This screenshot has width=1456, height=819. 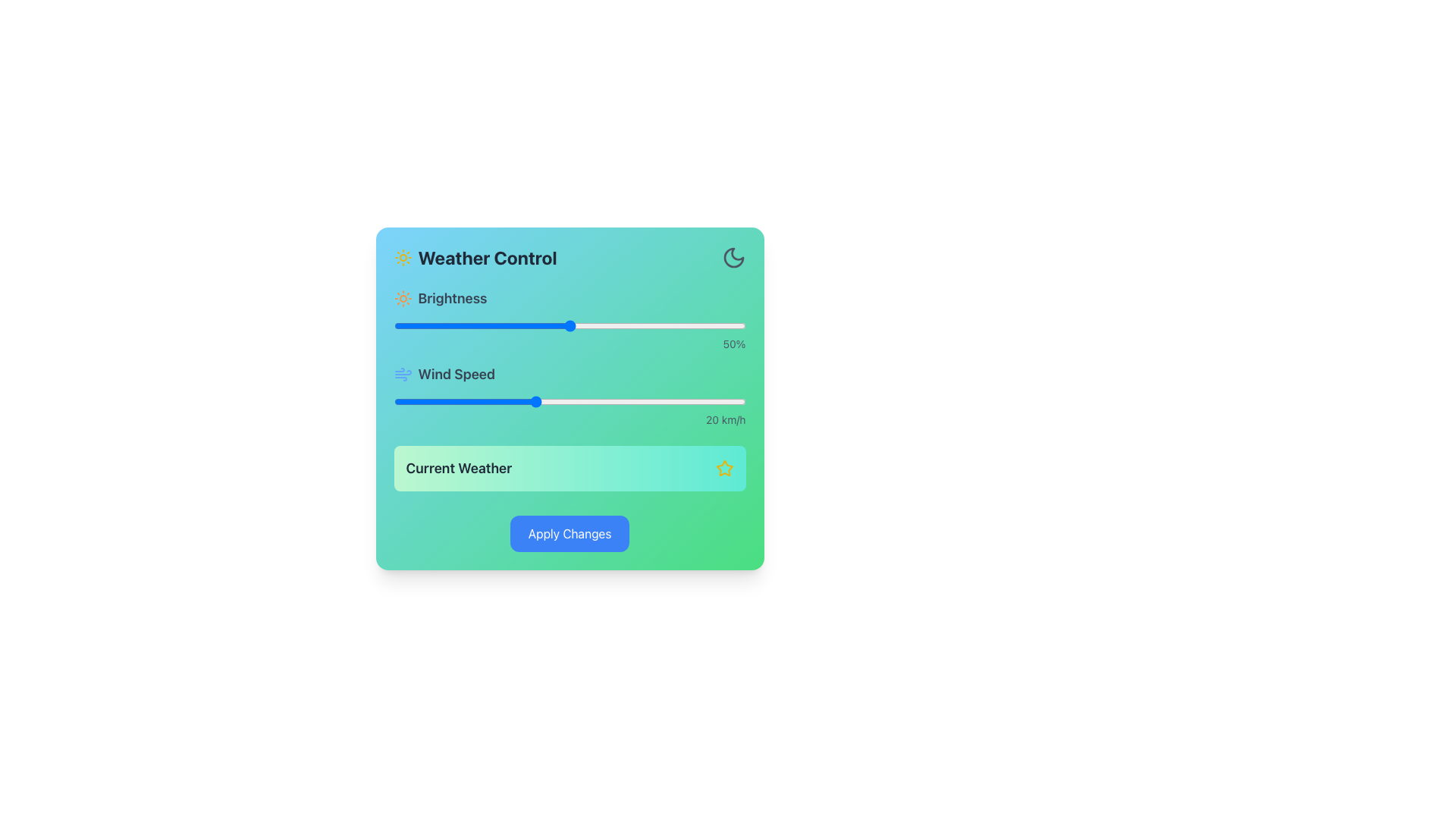 What do you see at coordinates (733, 256) in the screenshot?
I see `the crescent moon icon with a gray outline located at the top-right corner of the 'Weather Control' component` at bounding box center [733, 256].